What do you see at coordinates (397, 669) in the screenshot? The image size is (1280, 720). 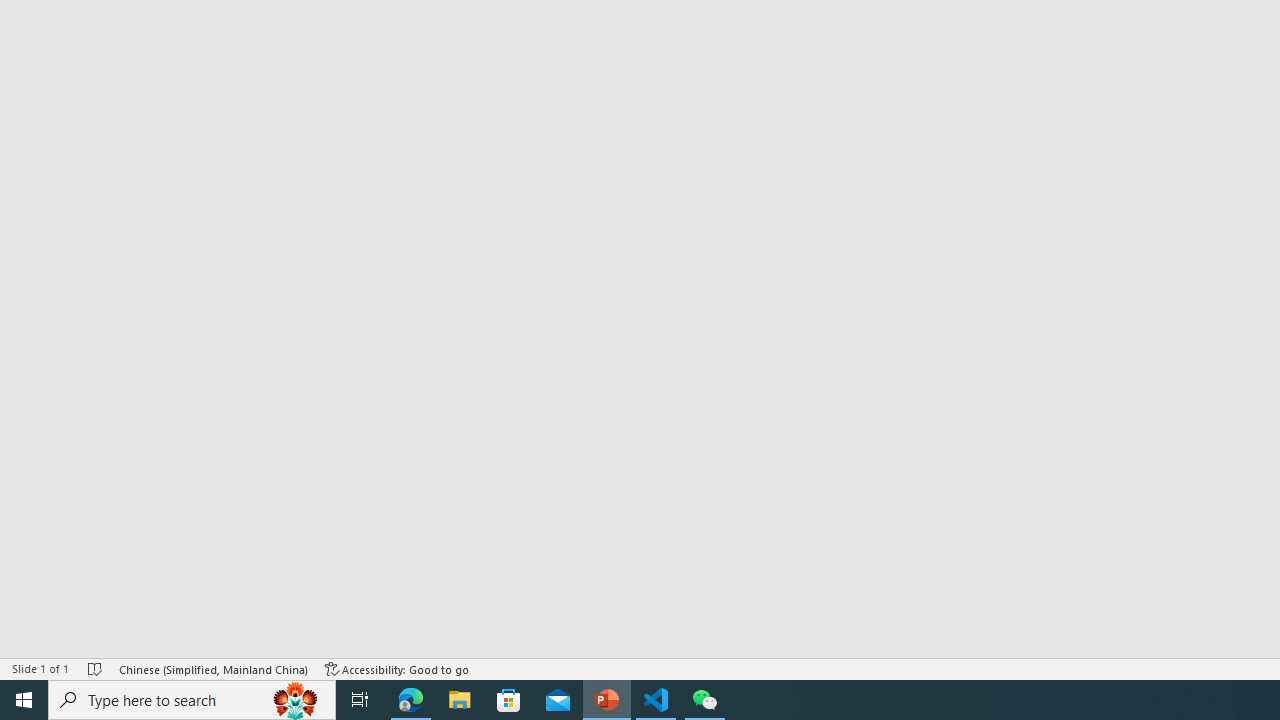 I see `'Accessibility Checker Accessibility: Good to go'` at bounding box center [397, 669].